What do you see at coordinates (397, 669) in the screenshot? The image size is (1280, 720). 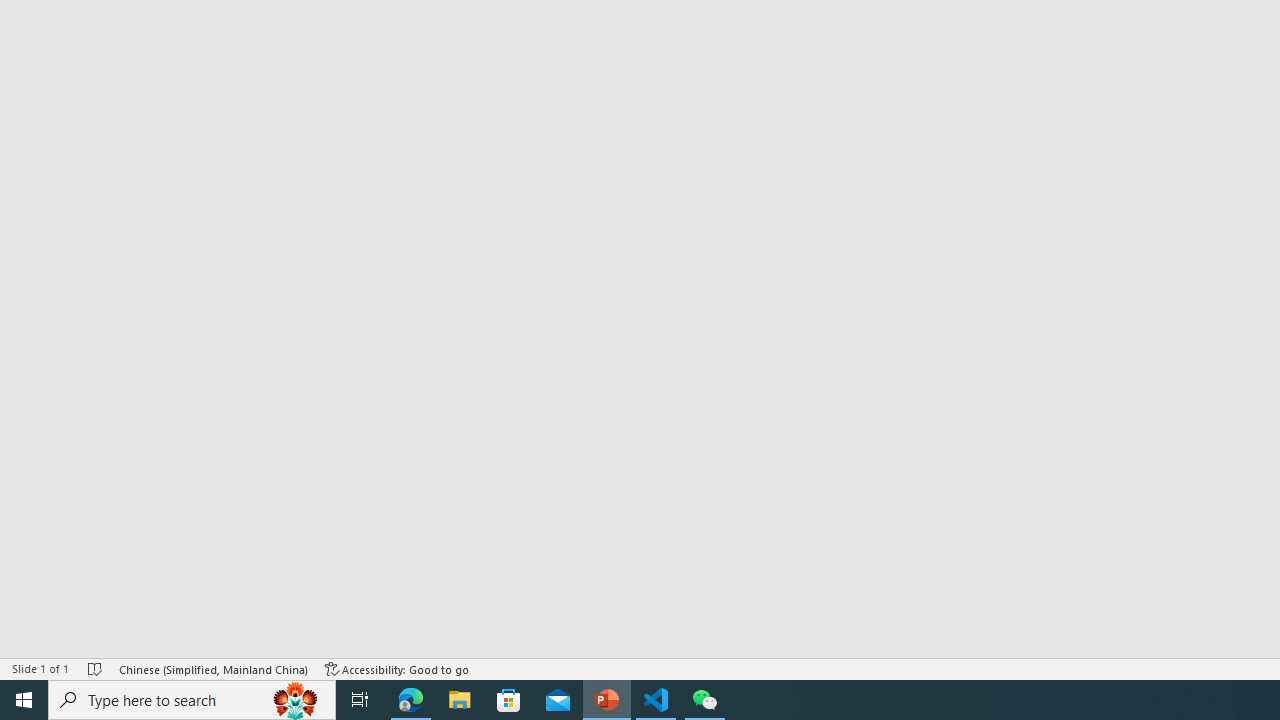 I see `'Accessibility Checker Accessibility: Good to go'` at bounding box center [397, 669].